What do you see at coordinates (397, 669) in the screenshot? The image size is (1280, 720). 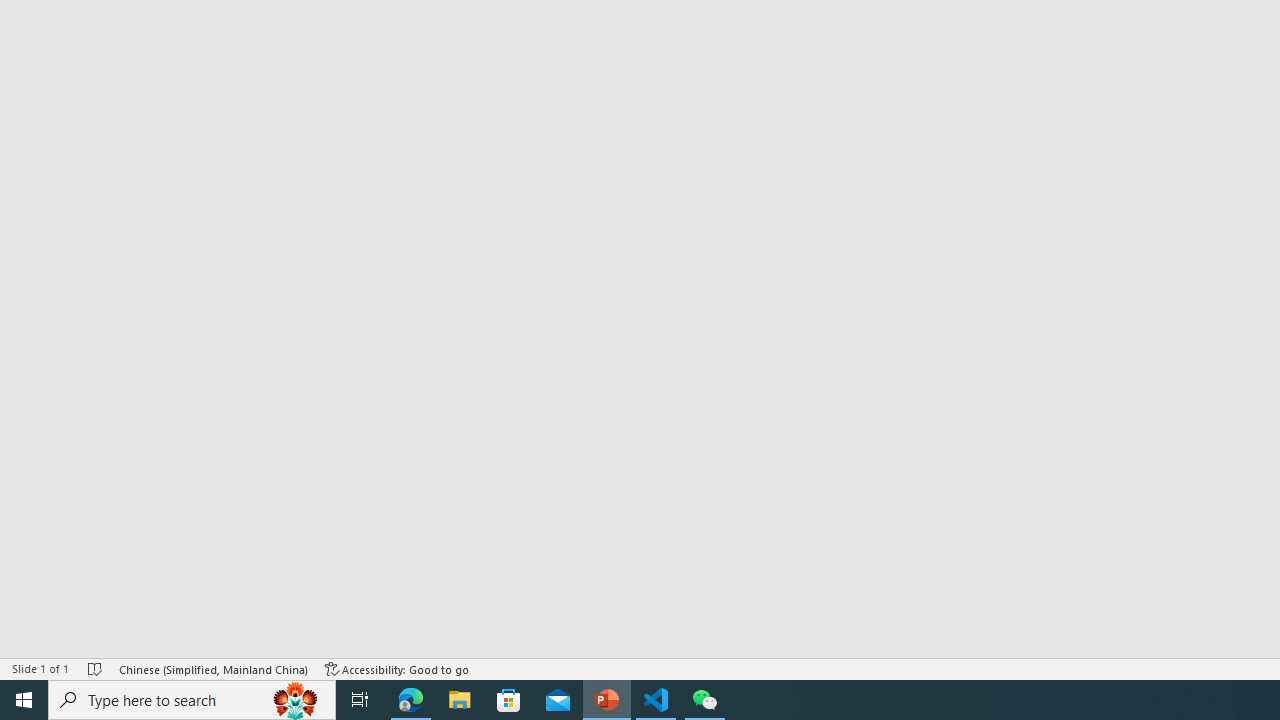 I see `'Accessibility Checker Accessibility: Good to go'` at bounding box center [397, 669].